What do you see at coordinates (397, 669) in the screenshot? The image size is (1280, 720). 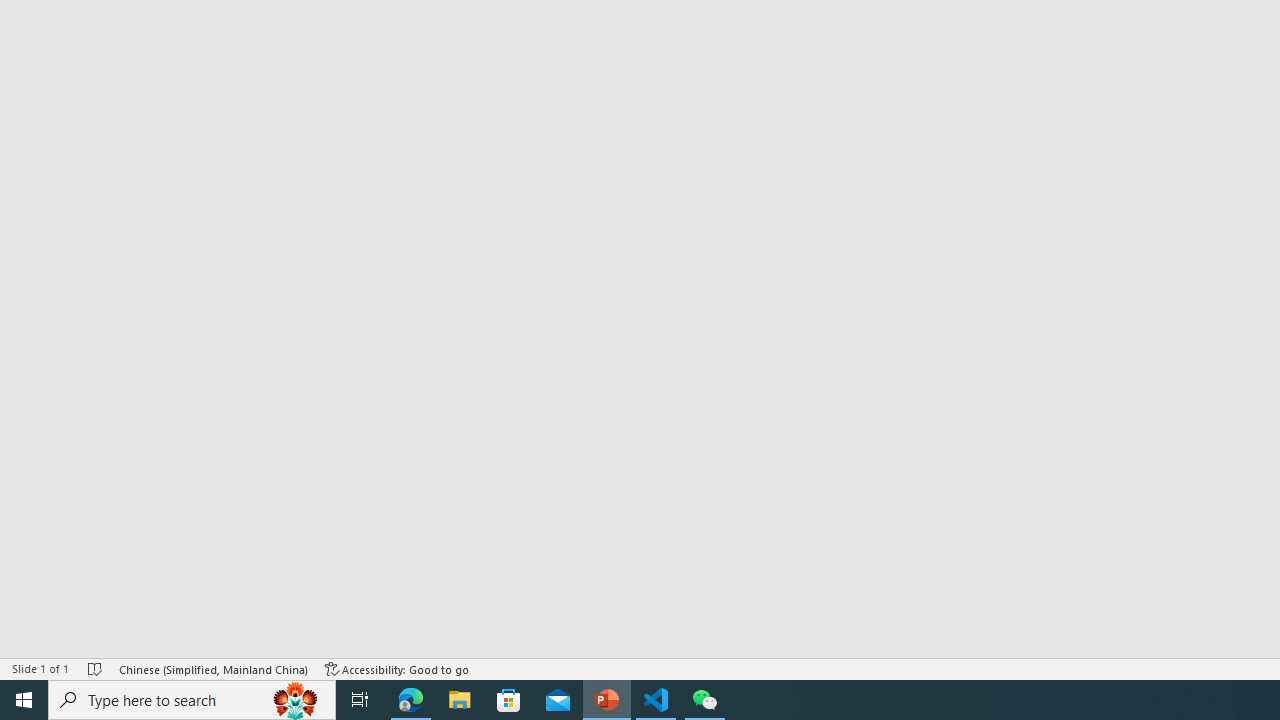 I see `'Accessibility Checker Accessibility: Good to go'` at bounding box center [397, 669].